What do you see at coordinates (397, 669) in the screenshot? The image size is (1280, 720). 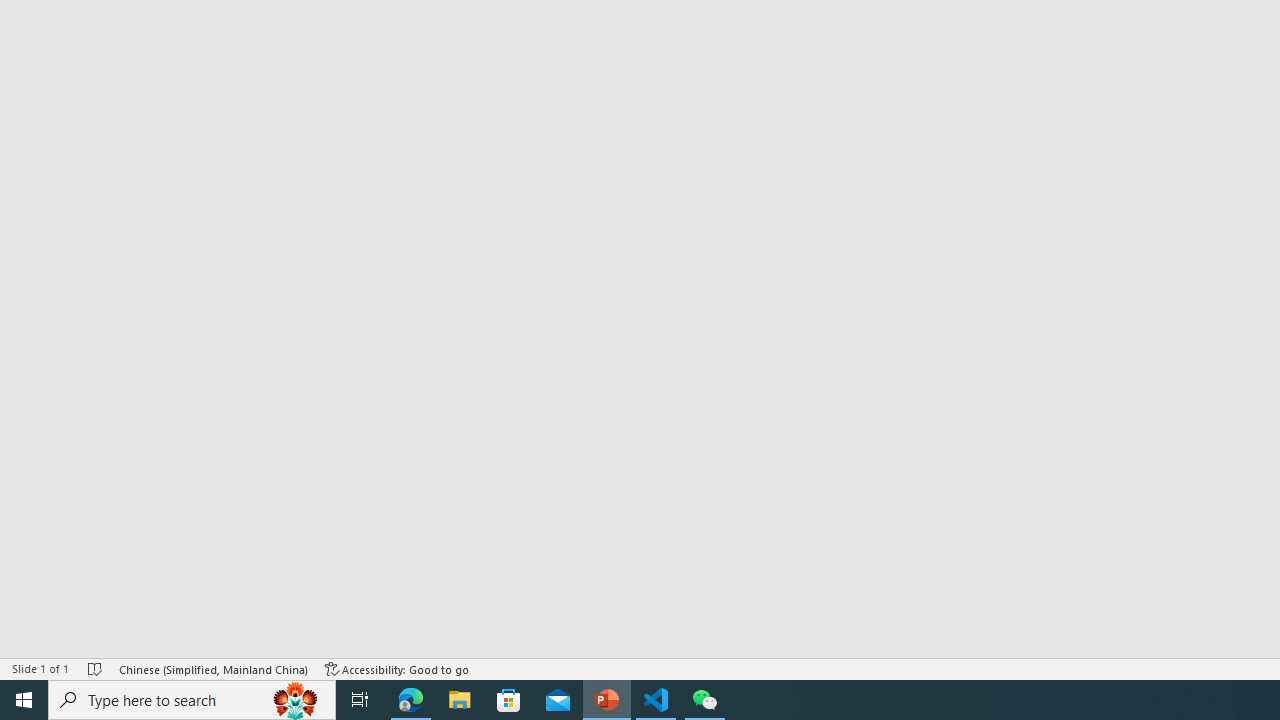 I see `'Accessibility Checker Accessibility: Good to go'` at bounding box center [397, 669].